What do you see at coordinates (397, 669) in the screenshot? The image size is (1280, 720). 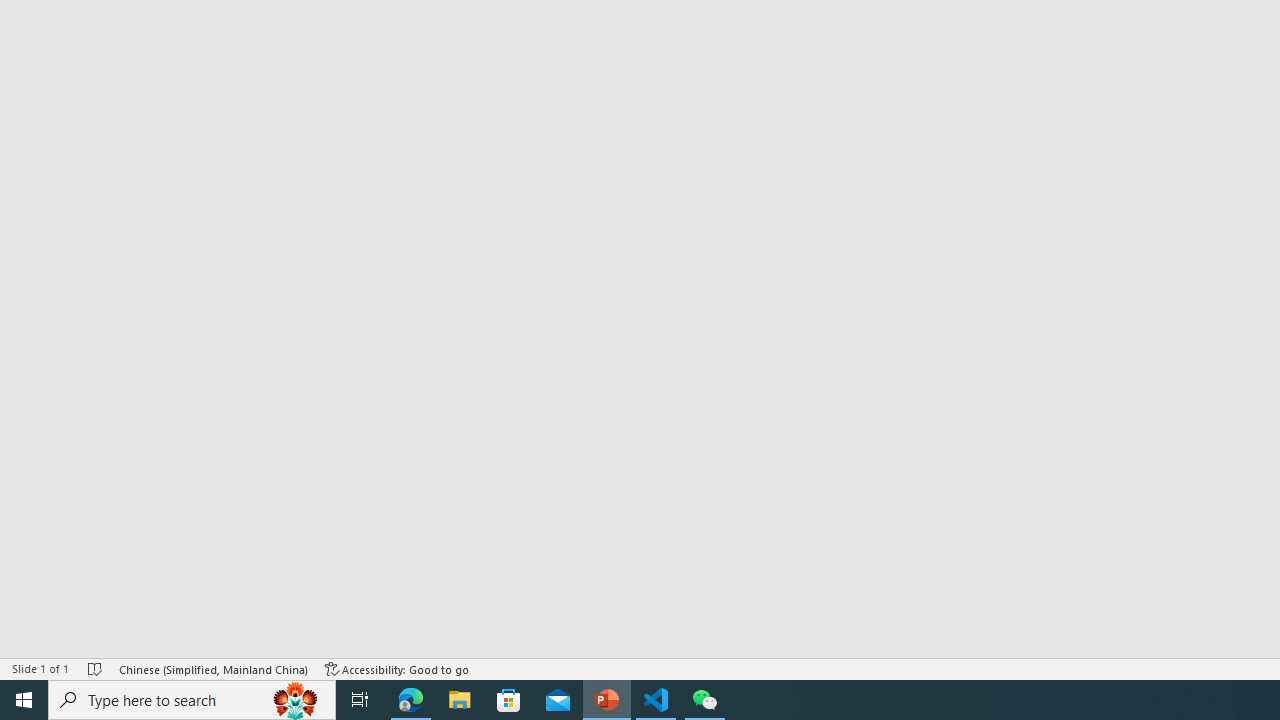 I see `'Accessibility Checker Accessibility: Good to go'` at bounding box center [397, 669].